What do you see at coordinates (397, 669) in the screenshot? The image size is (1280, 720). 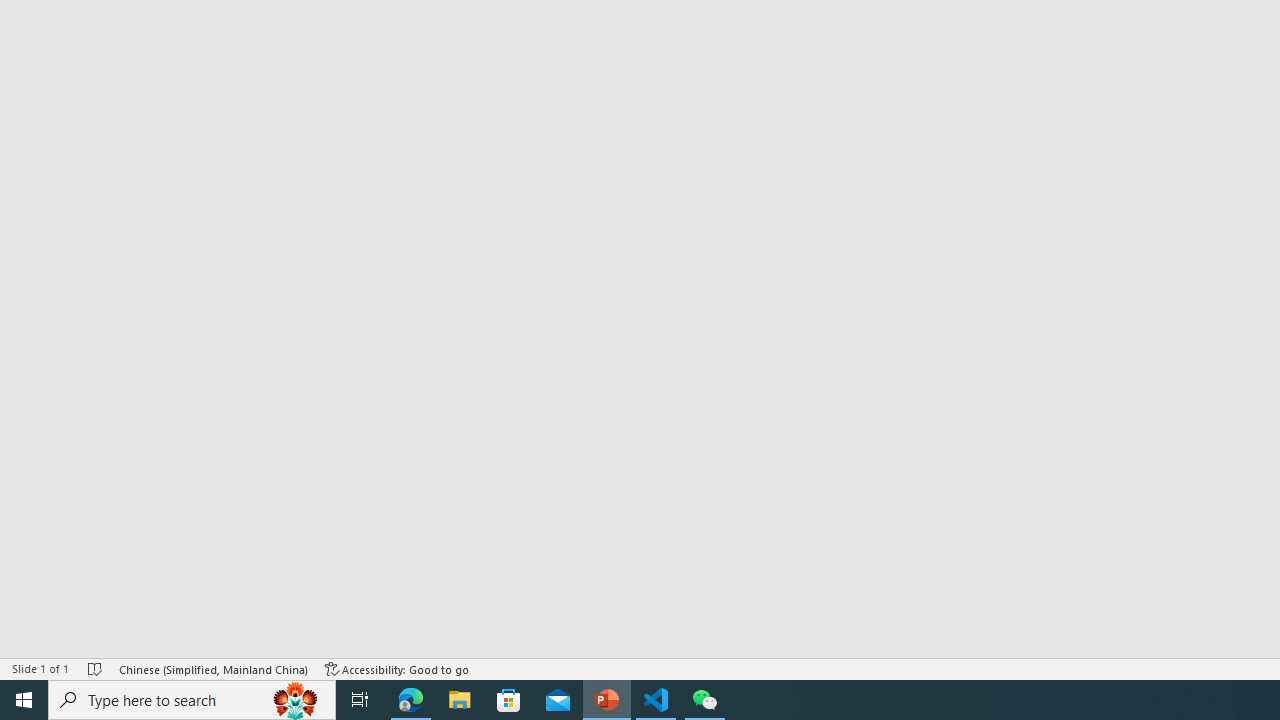 I see `'Accessibility Checker Accessibility: Good to go'` at bounding box center [397, 669].